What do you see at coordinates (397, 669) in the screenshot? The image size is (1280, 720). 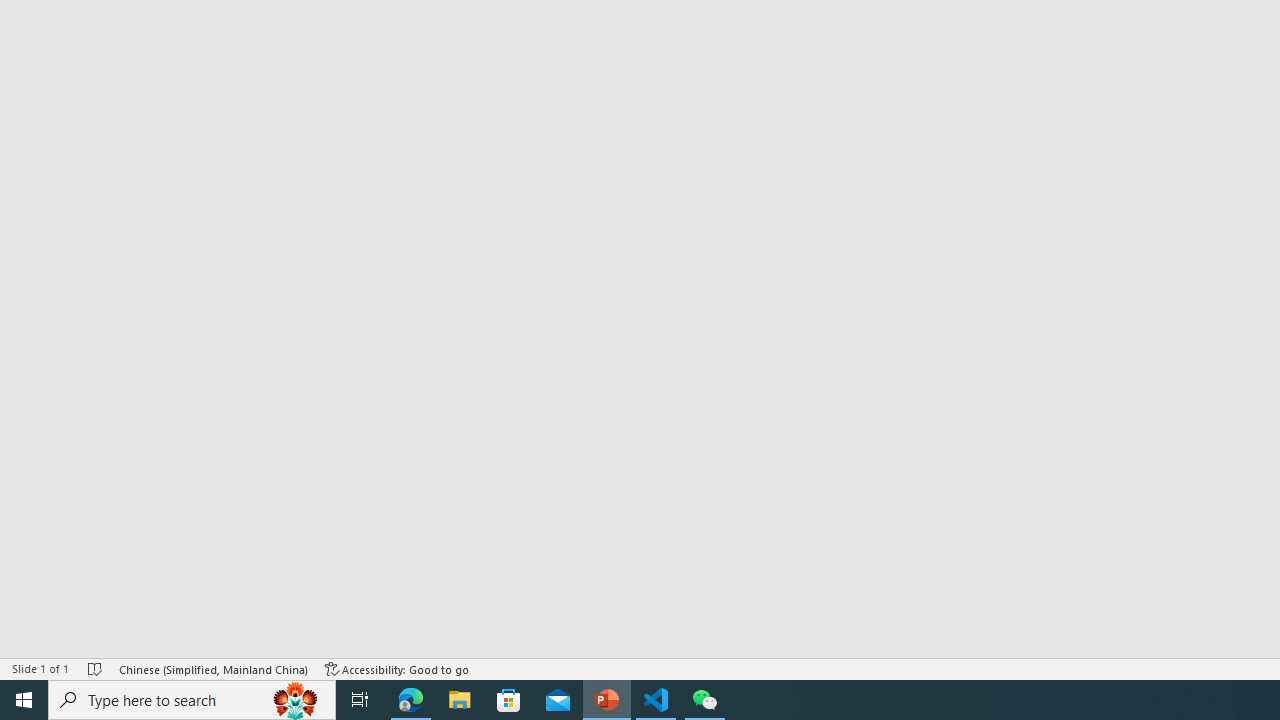 I see `'Accessibility Checker Accessibility: Good to go'` at bounding box center [397, 669].